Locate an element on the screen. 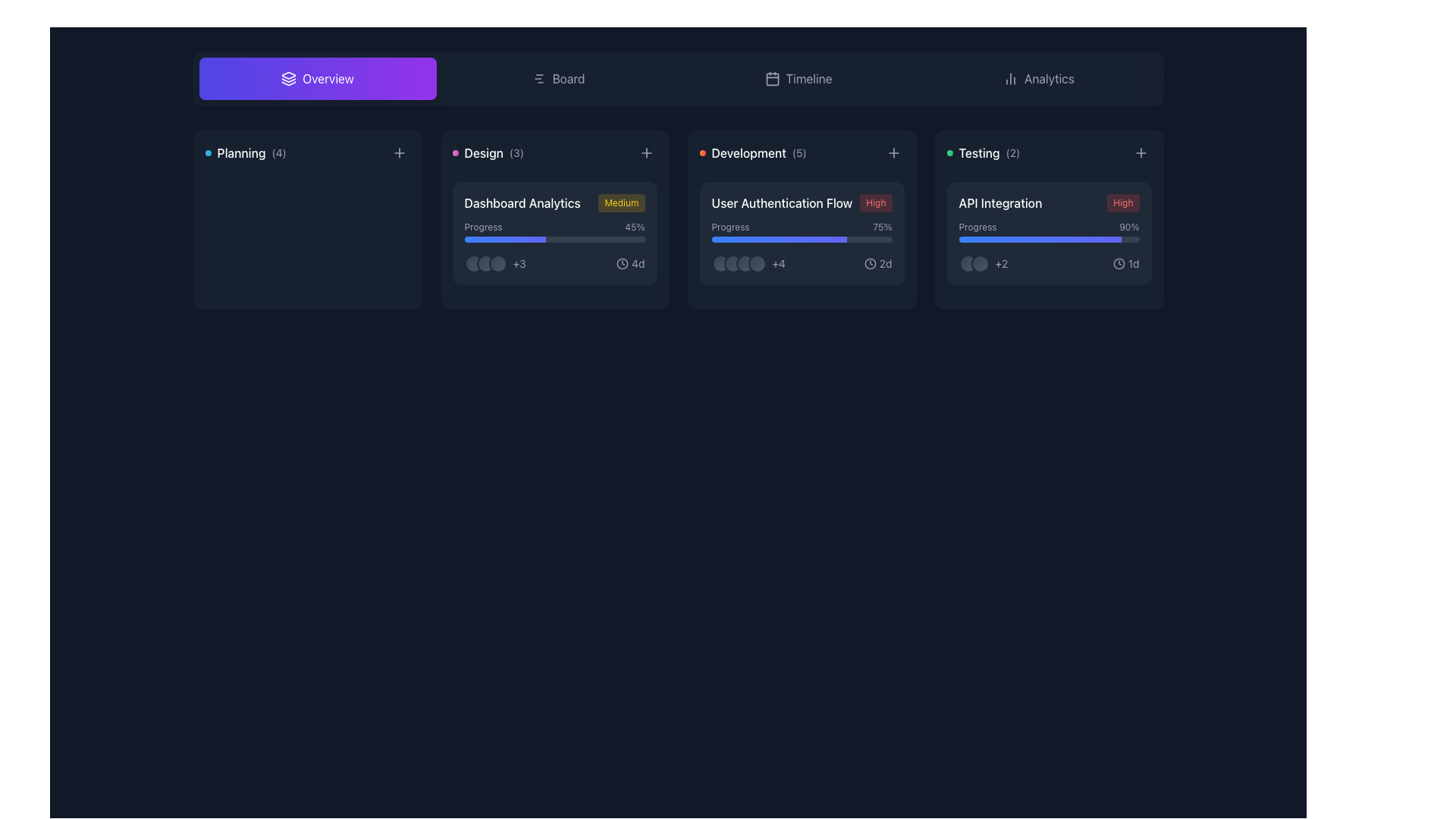 The width and height of the screenshot is (1456, 819). the time-related indicator icon located in the Testing column under the API Integration item is located at coordinates (1119, 262).